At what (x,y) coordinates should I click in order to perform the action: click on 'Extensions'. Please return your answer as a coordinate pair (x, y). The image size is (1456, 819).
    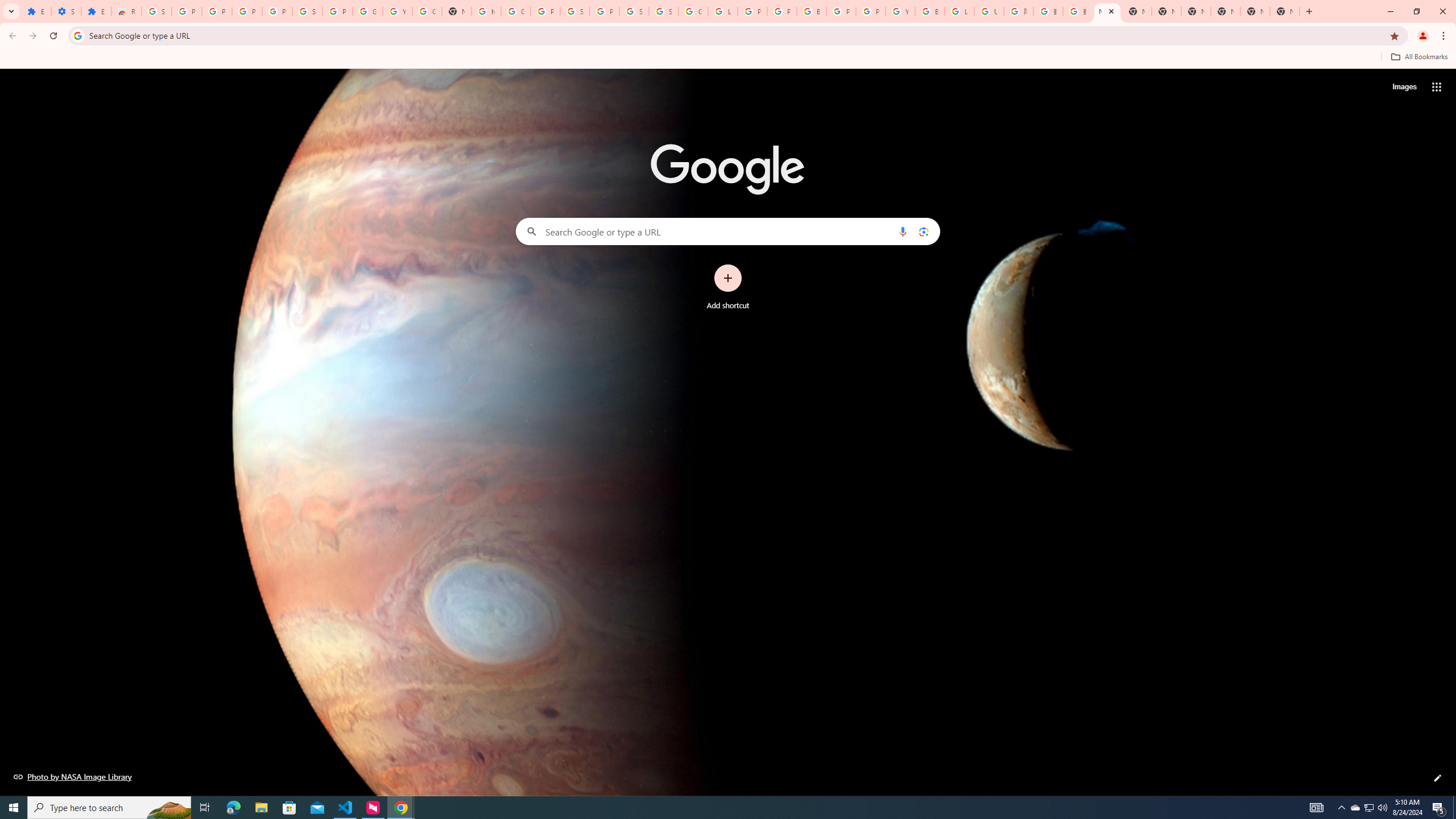
    Looking at the image, I should click on (36, 11).